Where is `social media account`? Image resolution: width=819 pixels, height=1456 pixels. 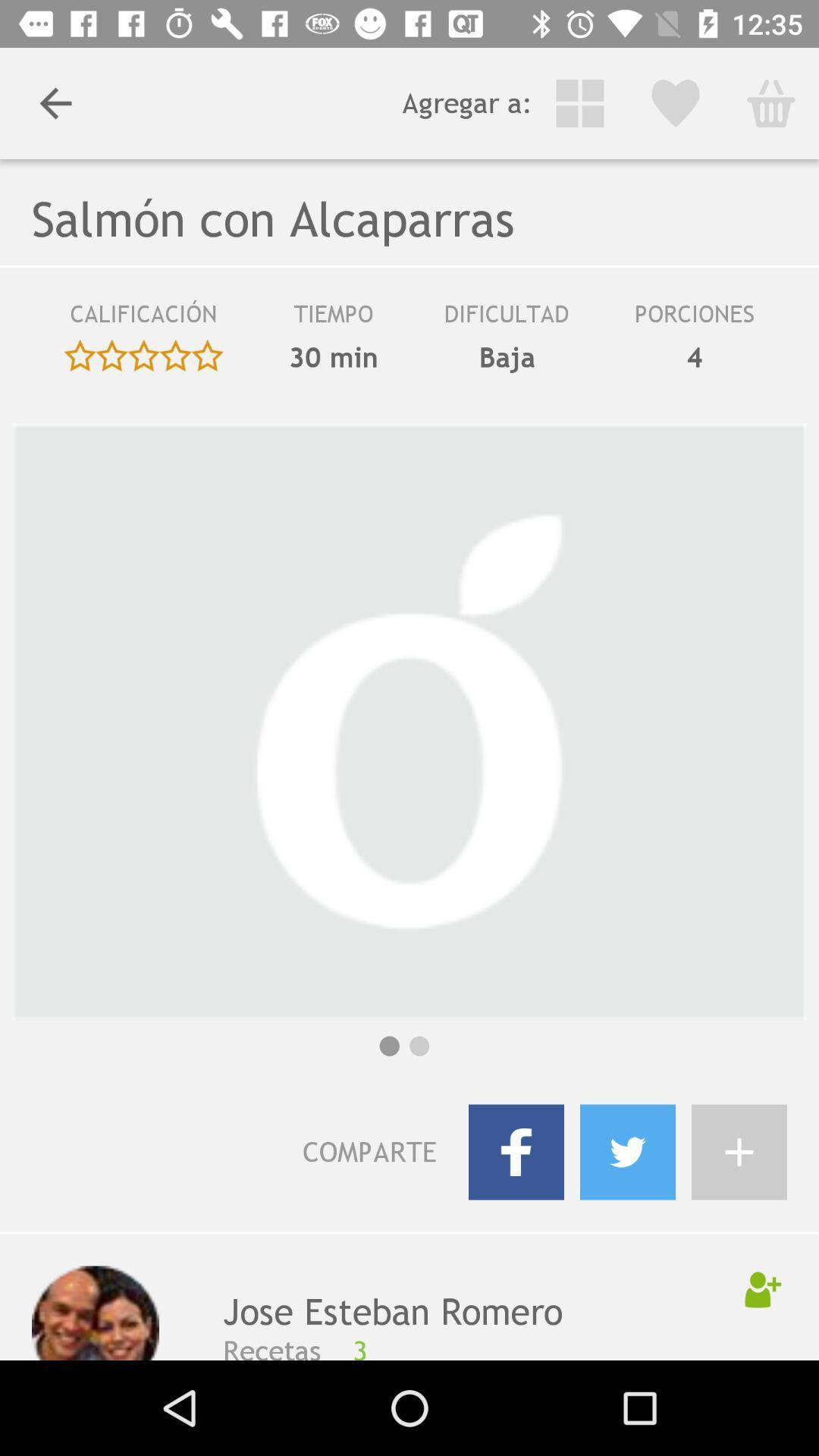 social media account is located at coordinates (739, 1152).